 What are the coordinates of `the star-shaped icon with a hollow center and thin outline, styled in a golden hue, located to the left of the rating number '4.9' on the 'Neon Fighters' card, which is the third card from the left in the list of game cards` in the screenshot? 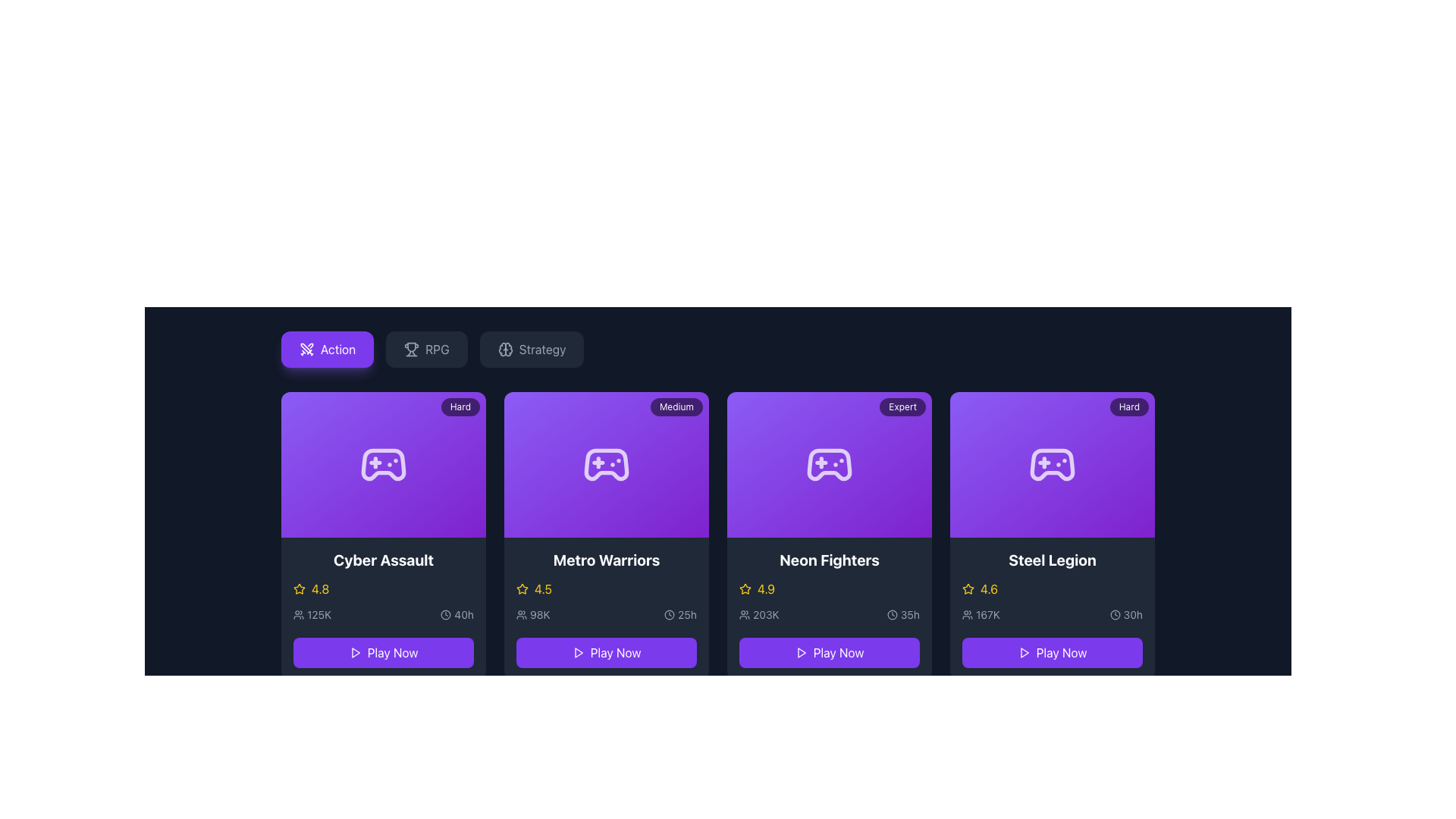 It's located at (745, 588).